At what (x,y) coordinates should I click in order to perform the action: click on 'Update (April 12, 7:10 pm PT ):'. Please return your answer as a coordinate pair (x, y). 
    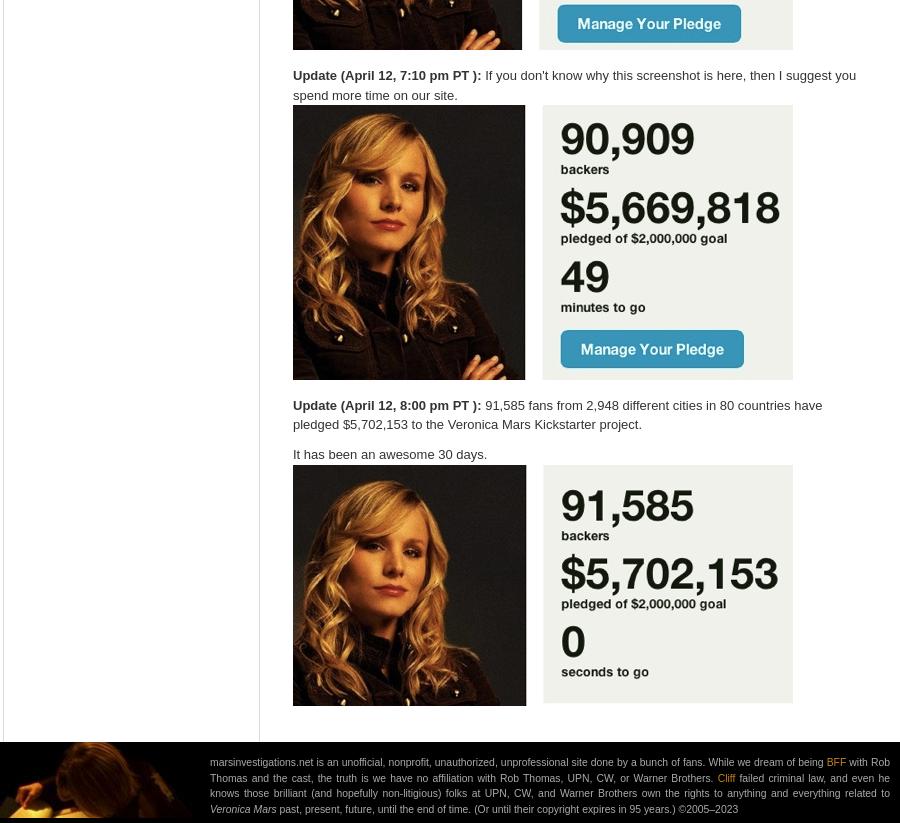
    Looking at the image, I should click on (387, 74).